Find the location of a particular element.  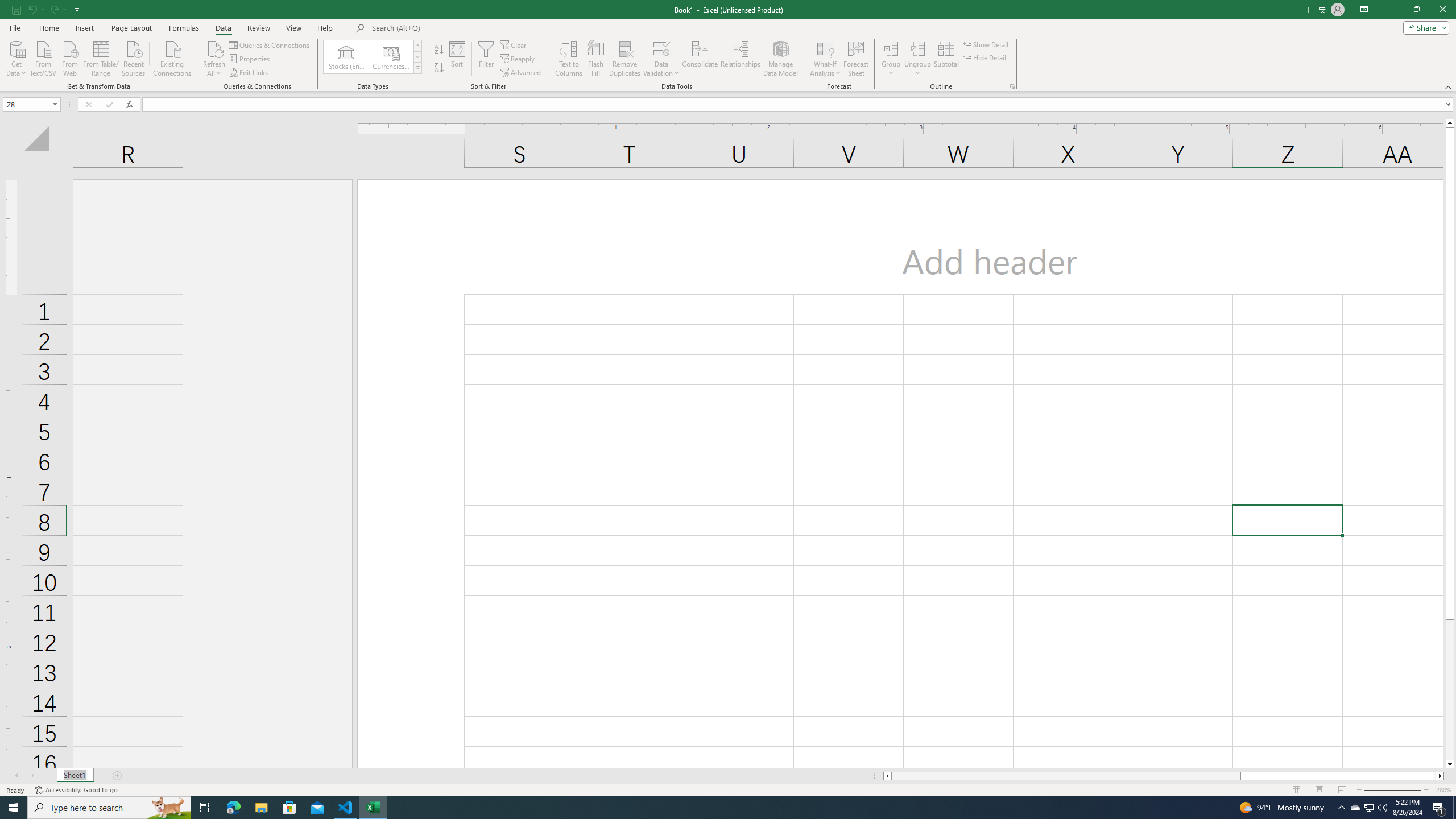

'Recent Sources' is located at coordinates (134, 57).